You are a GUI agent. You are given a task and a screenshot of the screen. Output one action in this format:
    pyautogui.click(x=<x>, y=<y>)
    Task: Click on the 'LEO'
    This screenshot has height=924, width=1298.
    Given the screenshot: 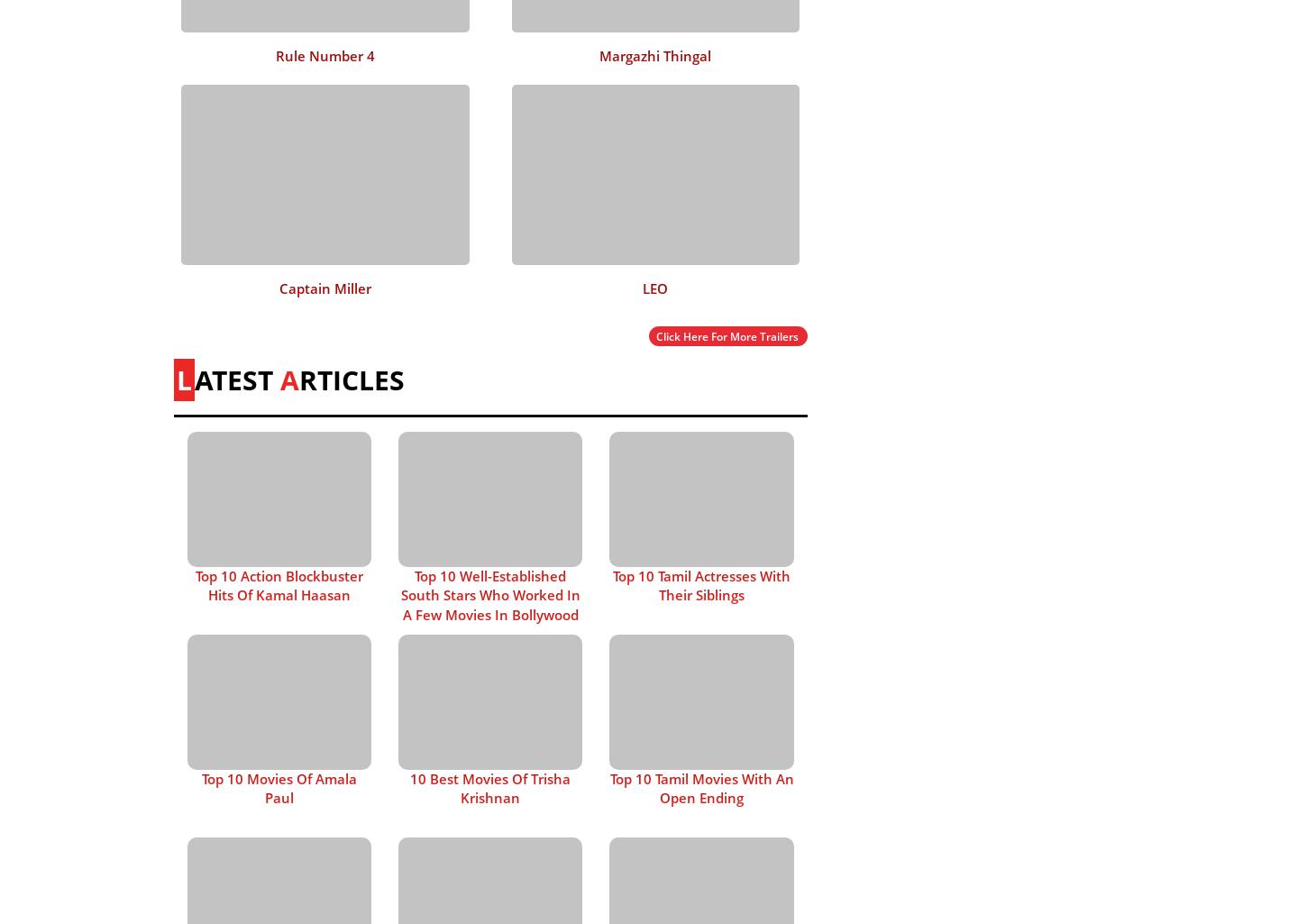 What is the action you would take?
    pyautogui.click(x=654, y=287)
    